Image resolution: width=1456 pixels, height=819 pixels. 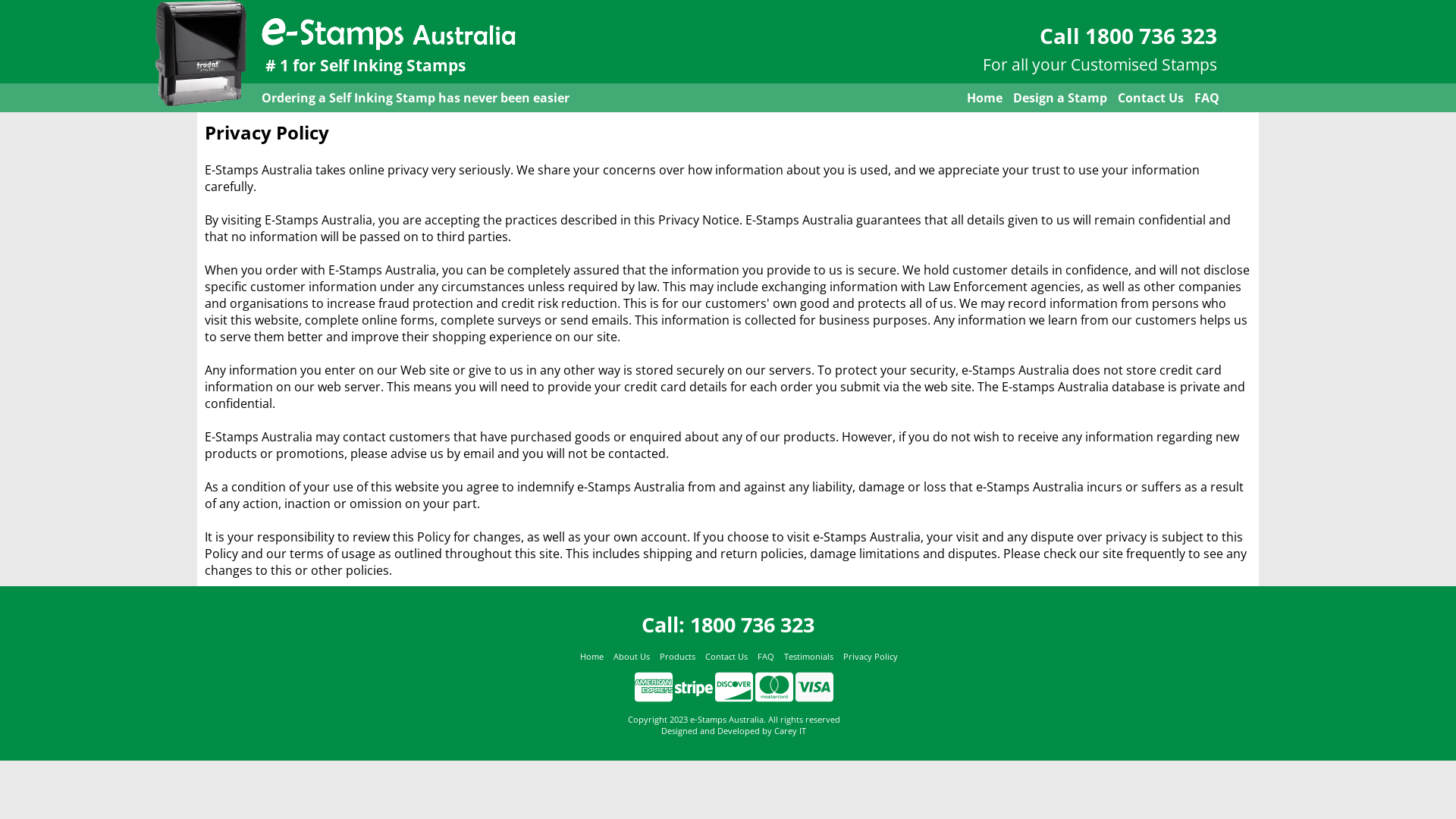 I want to click on 'Testimonials', so click(x=808, y=656).